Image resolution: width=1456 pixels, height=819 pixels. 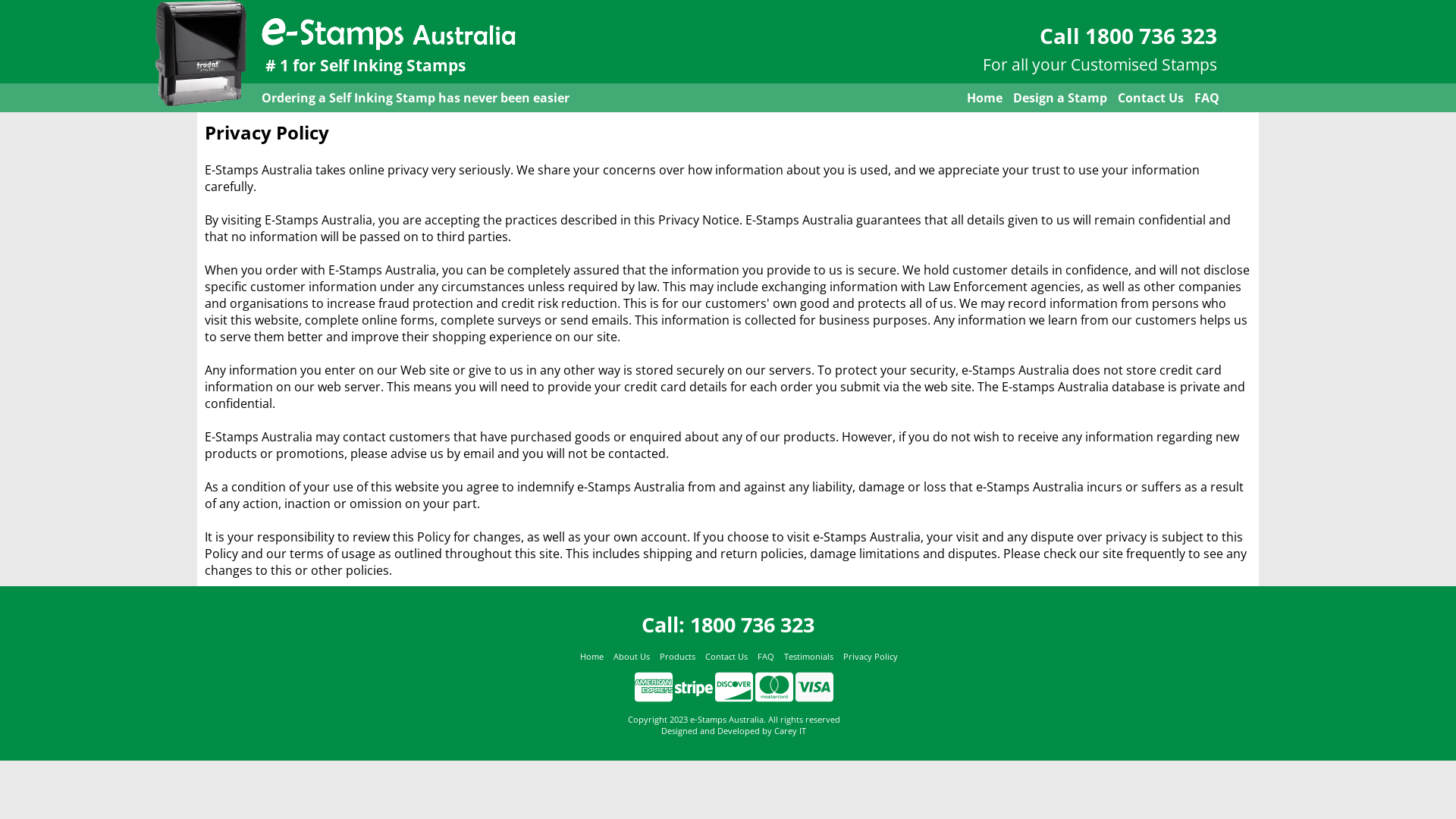 I want to click on 'Testimonials', so click(x=808, y=656).